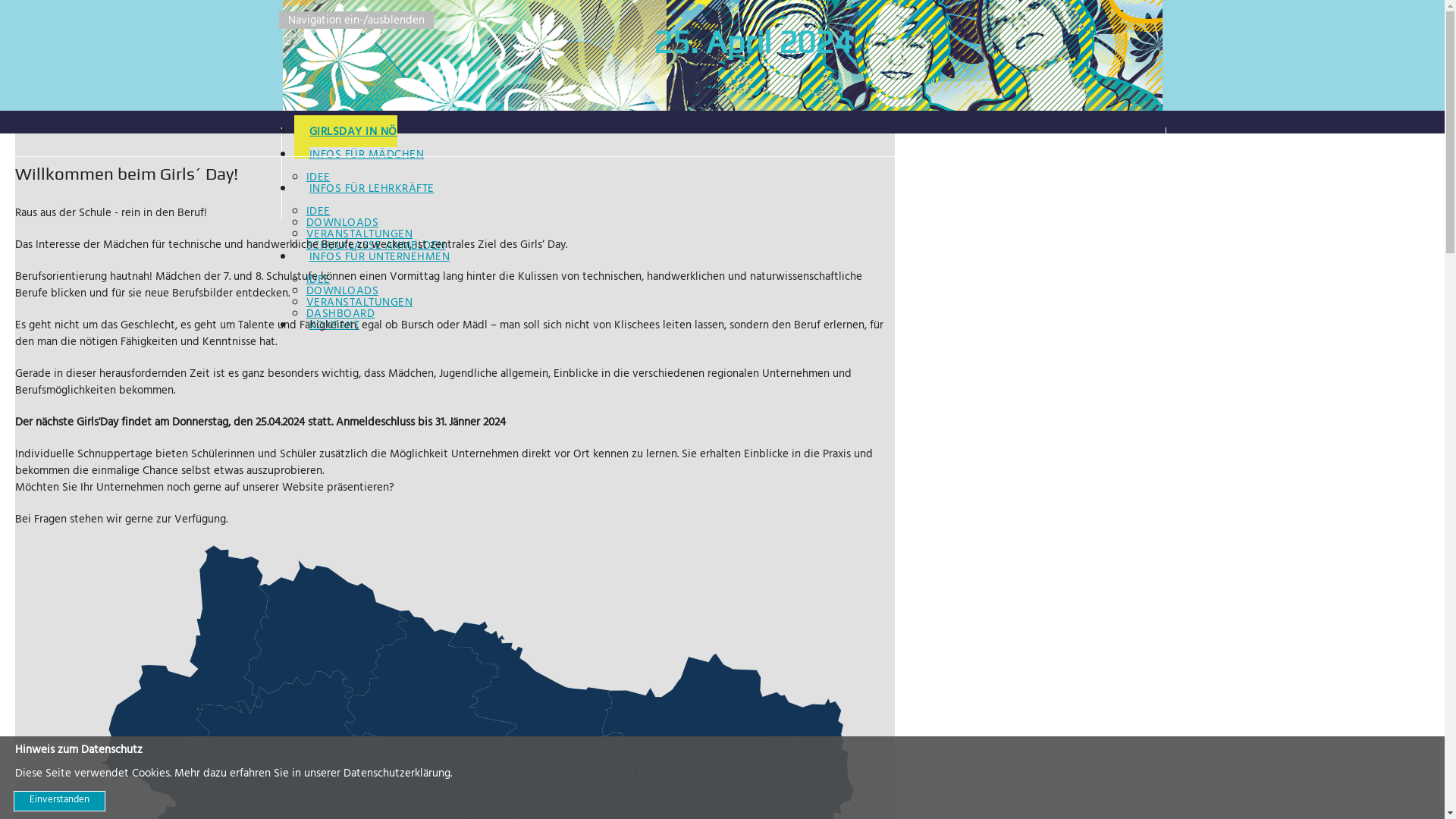 The height and width of the screenshot is (819, 1456). I want to click on 'DASHBOARD', so click(340, 314).